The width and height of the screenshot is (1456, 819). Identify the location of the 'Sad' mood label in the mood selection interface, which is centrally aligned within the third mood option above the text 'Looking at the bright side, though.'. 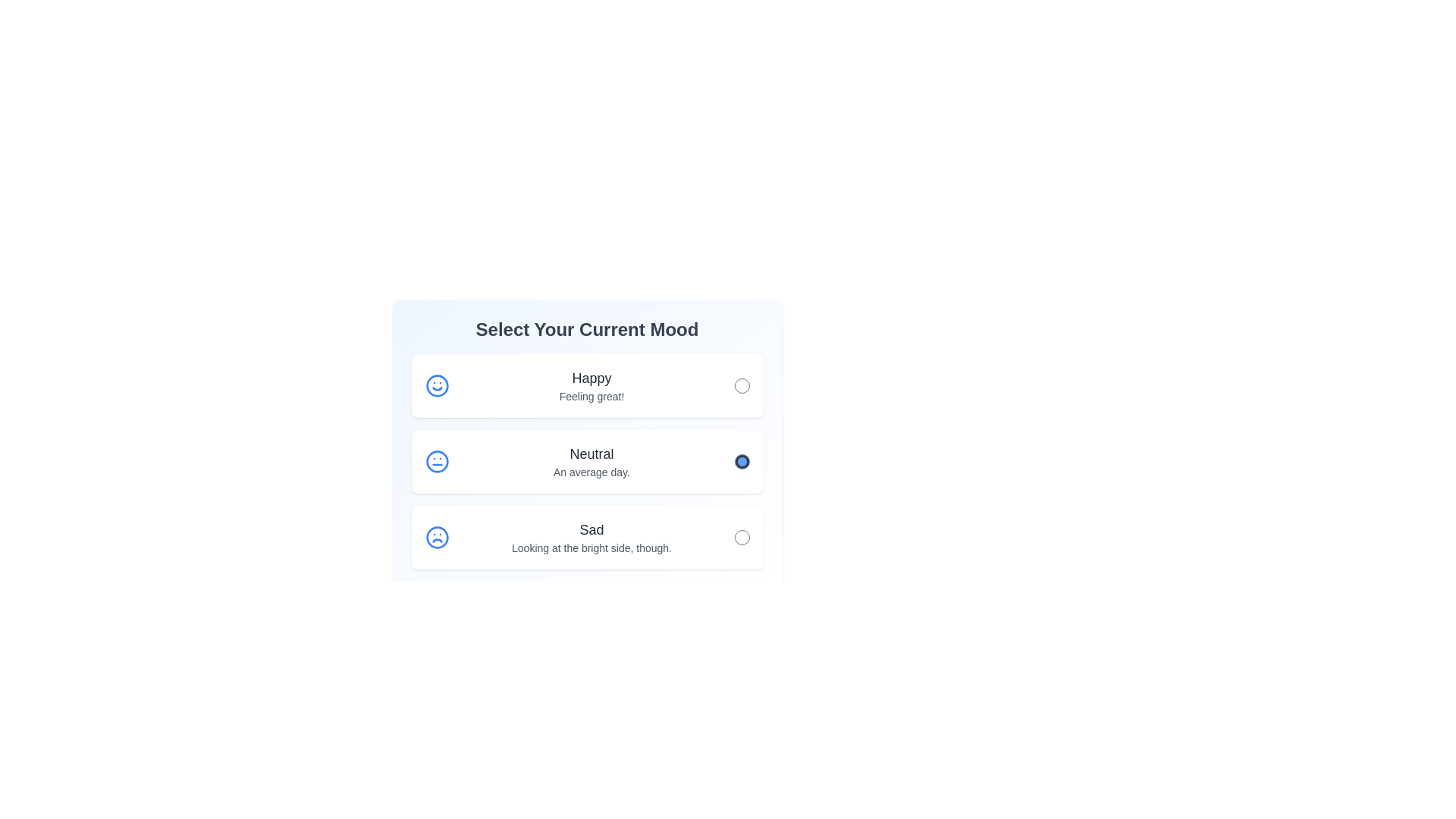
(591, 529).